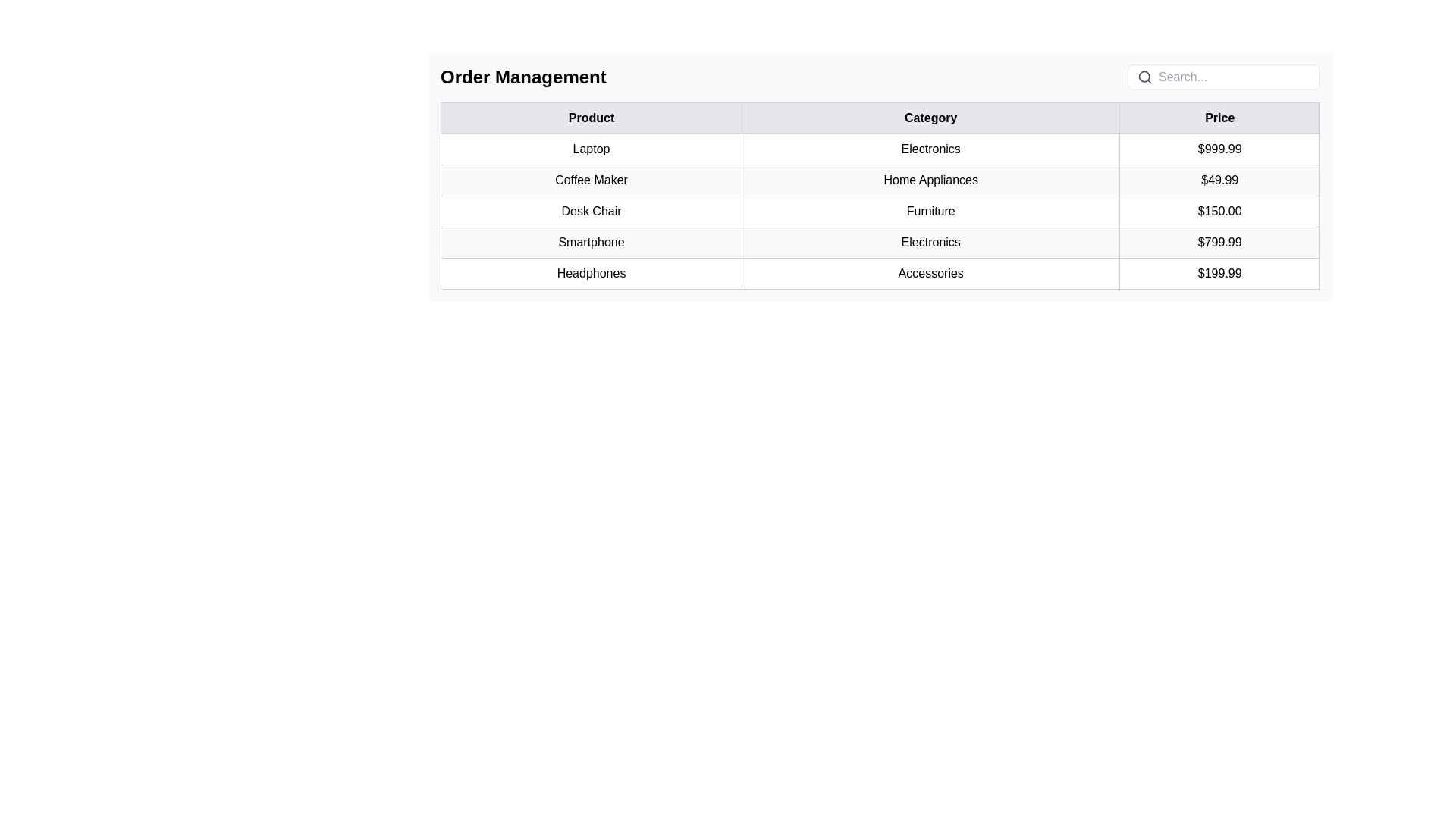 Image resolution: width=1456 pixels, height=819 pixels. I want to click on the circular element of the magnifying glass icon, which signifies search functionality, located in the header area next to the search input box, so click(1144, 77).